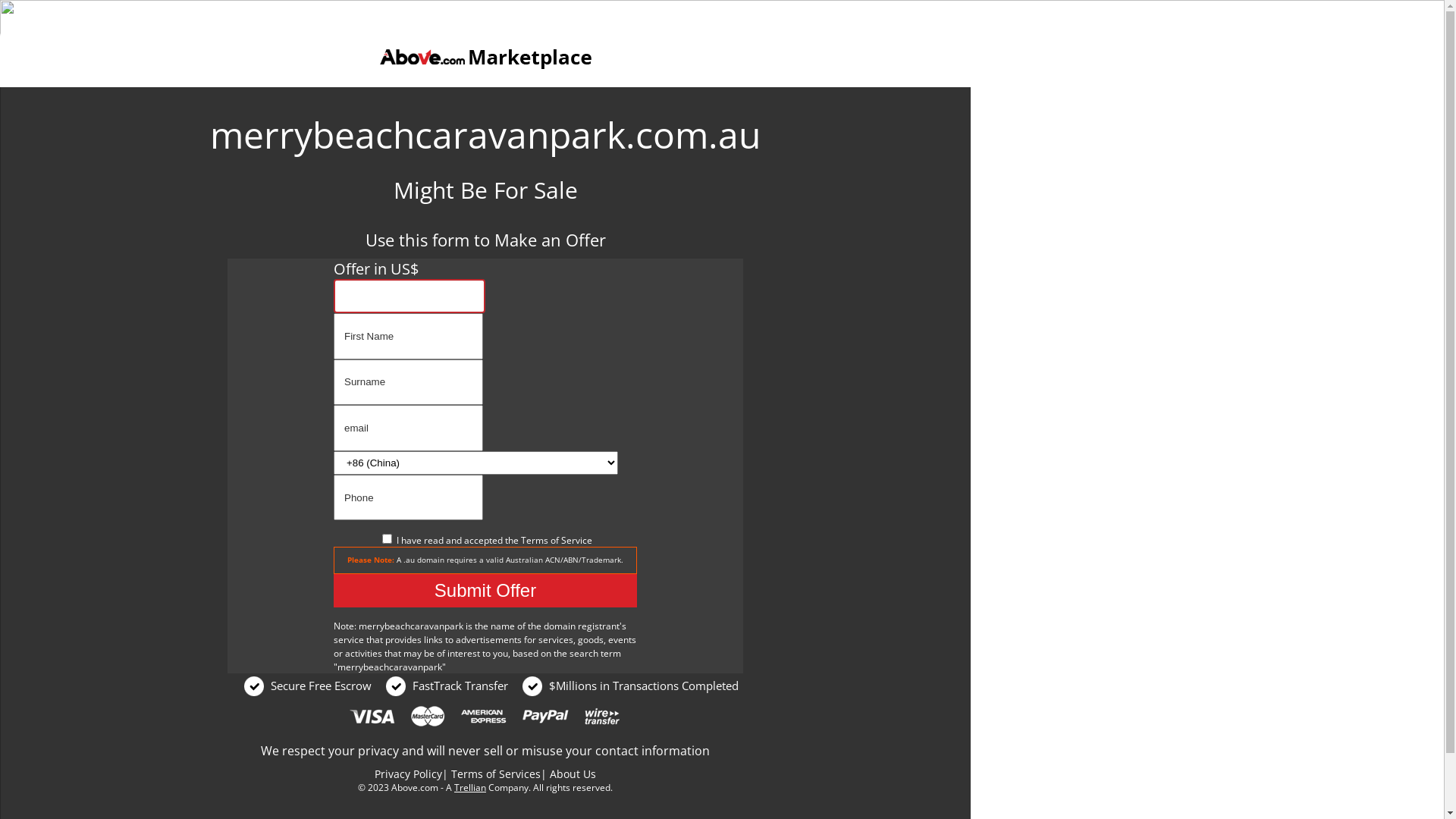  I want to click on 'Submit Offer', so click(484, 590).